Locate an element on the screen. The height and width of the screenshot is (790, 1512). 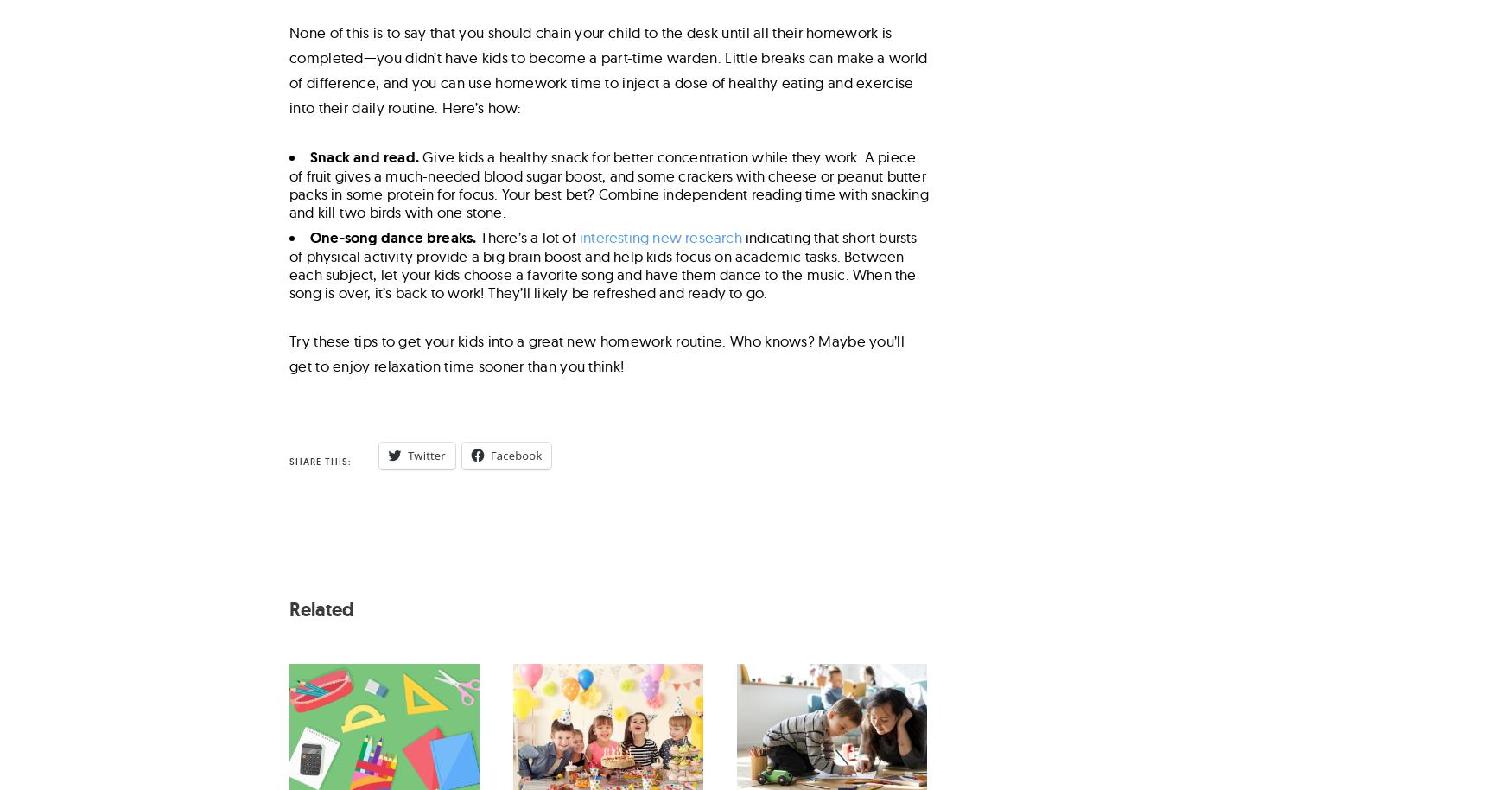
'indicating that short bursts of physical activity provide a big brain boost and help kids focus on academic tasks. Between each subject, let your kids choose a favorite song and have them dance to the music. When the song is over, it’s back to work! They’ll likely be refreshed and ready to go.' is located at coordinates (603, 264).